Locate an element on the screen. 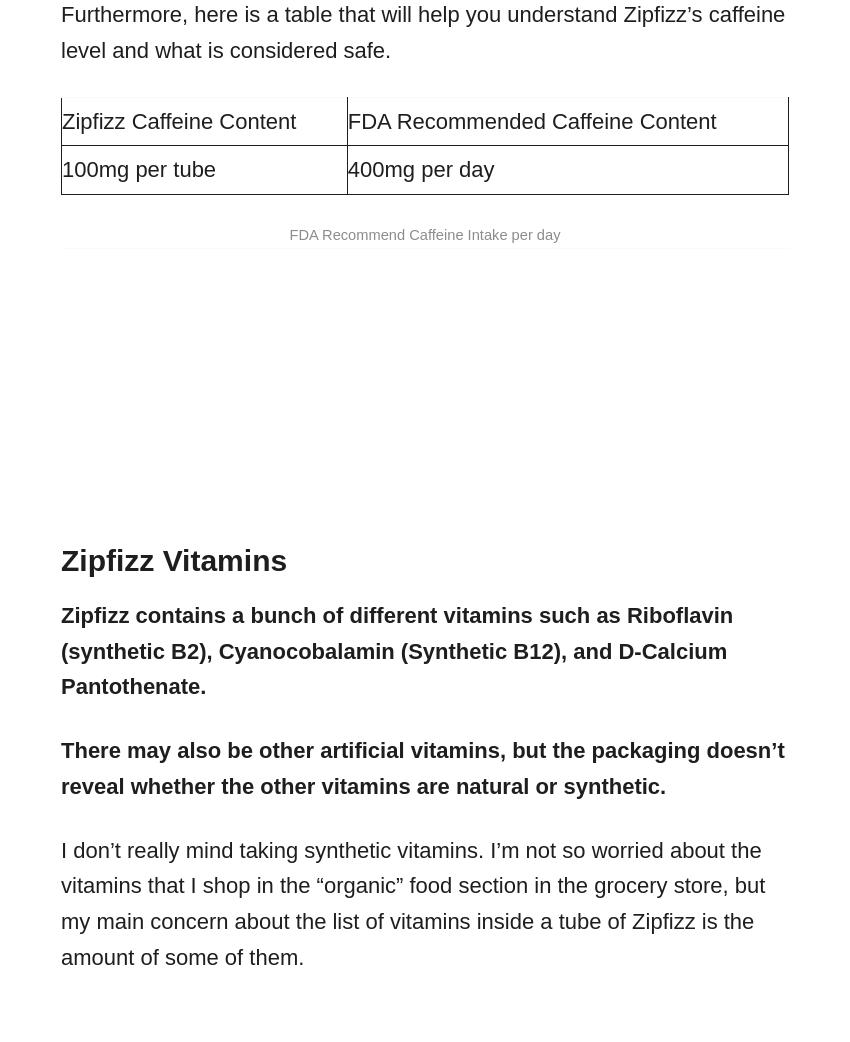 This screenshot has height=1042, width=850. 'Zipfizz Caffeine Content' is located at coordinates (178, 120).